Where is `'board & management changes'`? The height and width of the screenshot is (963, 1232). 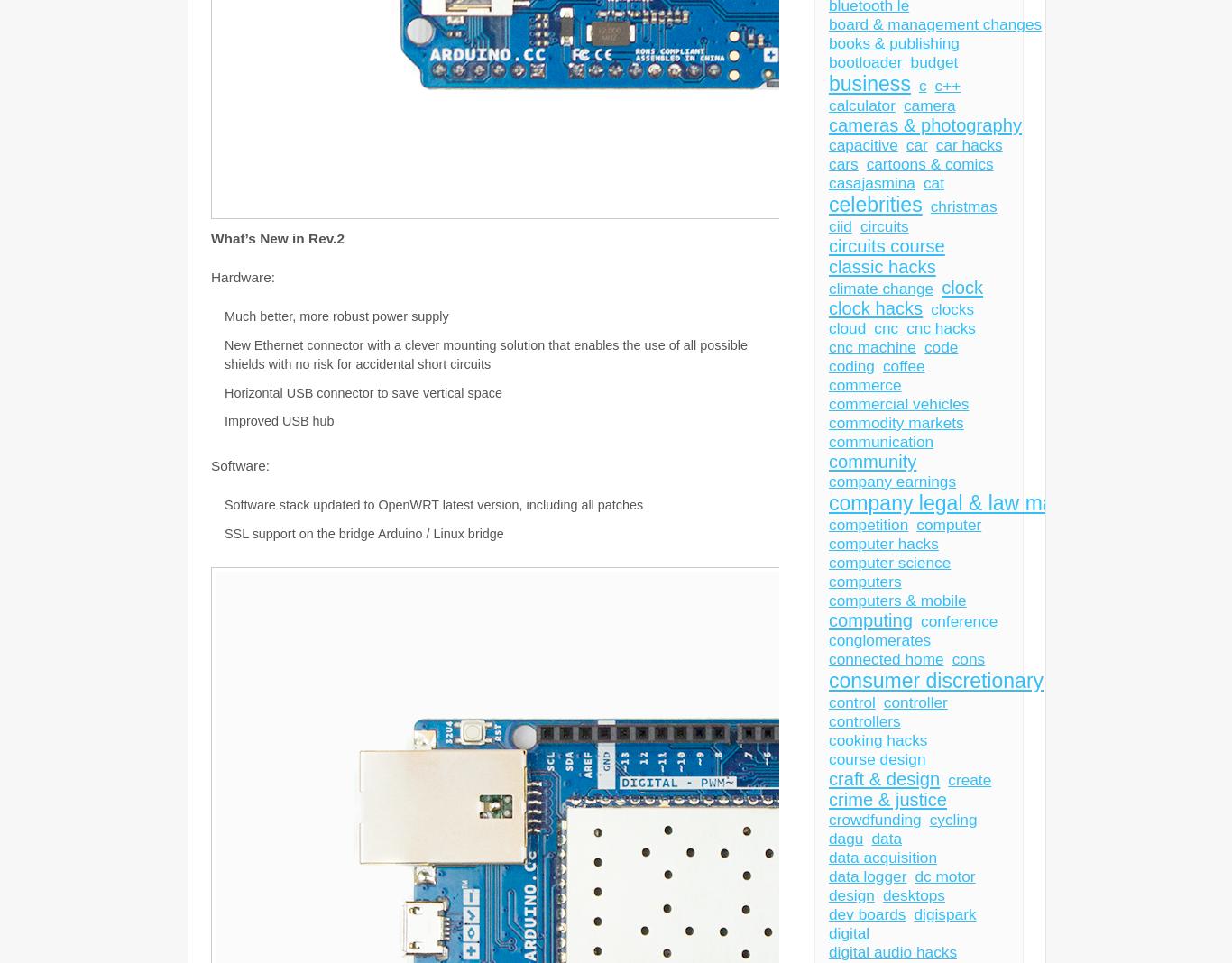 'board & management changes' is located at coordinates (934, 23).